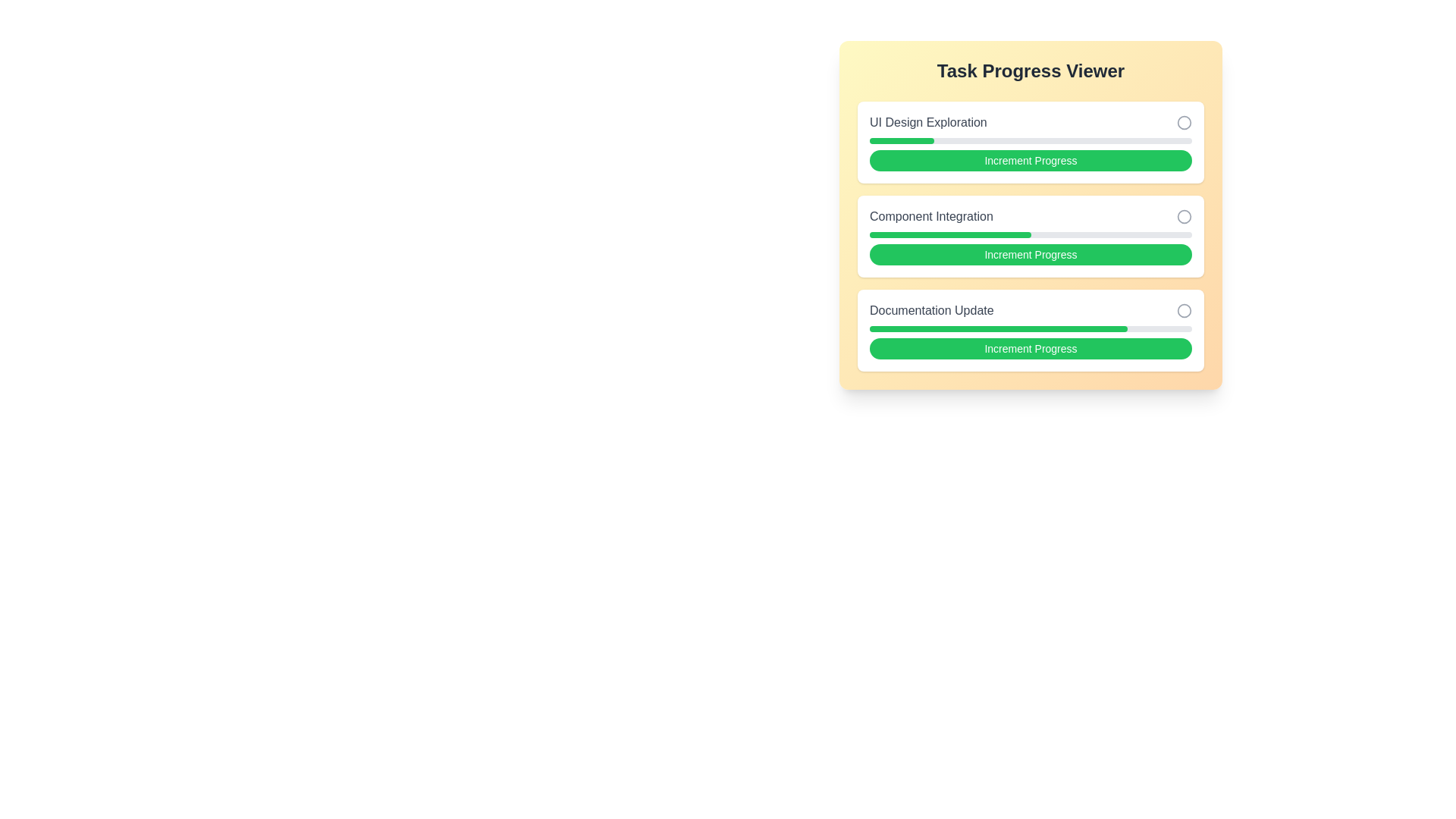 The image size is (1456, 819). What do you see at coordinates (902, 140) in the screenshot?
I see `the progress indicator for the 'UI Design Exploration' task, which visually represents the percentage of completion within the task management interface` at bounding box center [902, 140].